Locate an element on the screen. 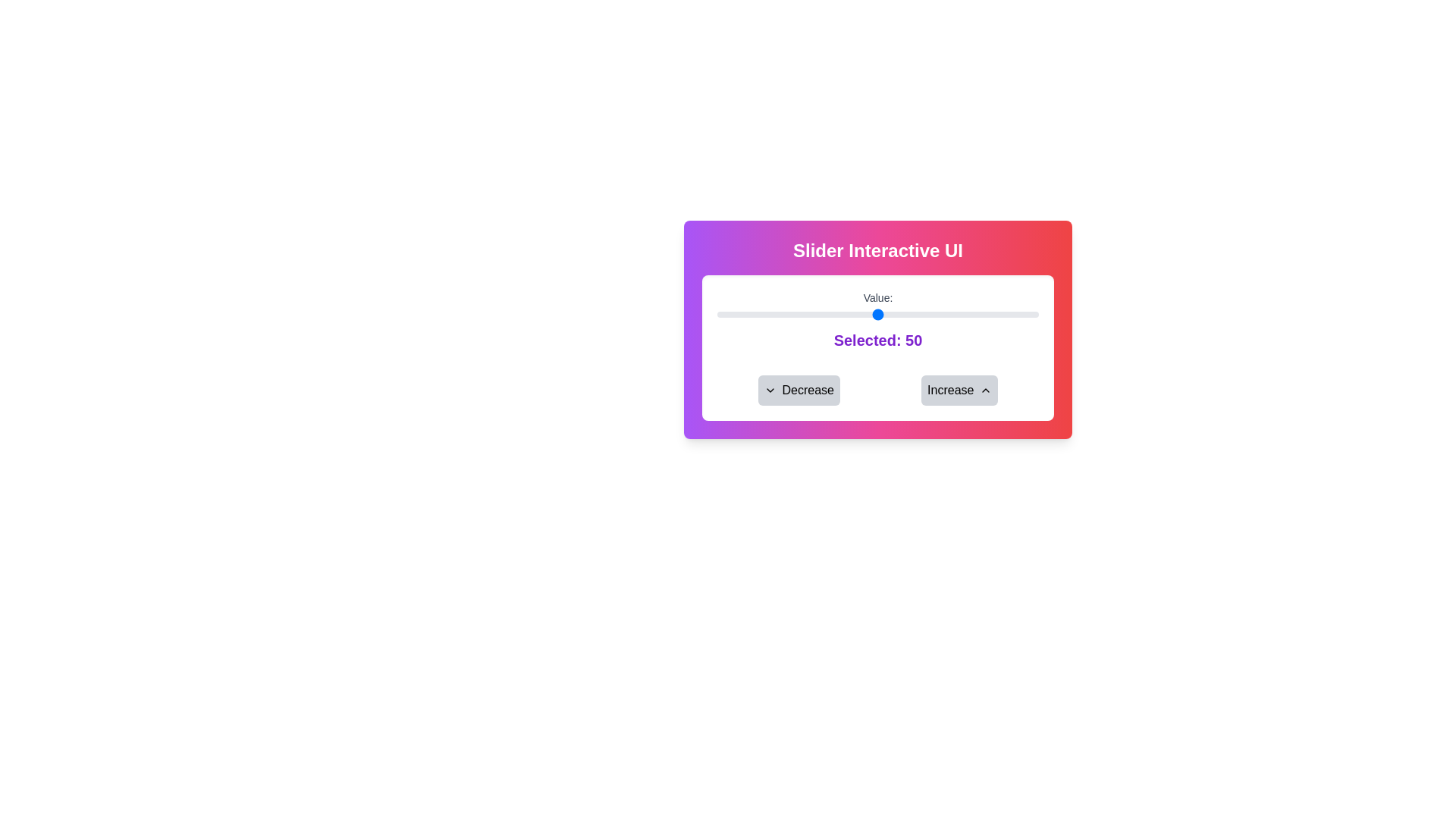  the down-chevron icon within the 'Decrease' button is located at coordinates (770, 390).